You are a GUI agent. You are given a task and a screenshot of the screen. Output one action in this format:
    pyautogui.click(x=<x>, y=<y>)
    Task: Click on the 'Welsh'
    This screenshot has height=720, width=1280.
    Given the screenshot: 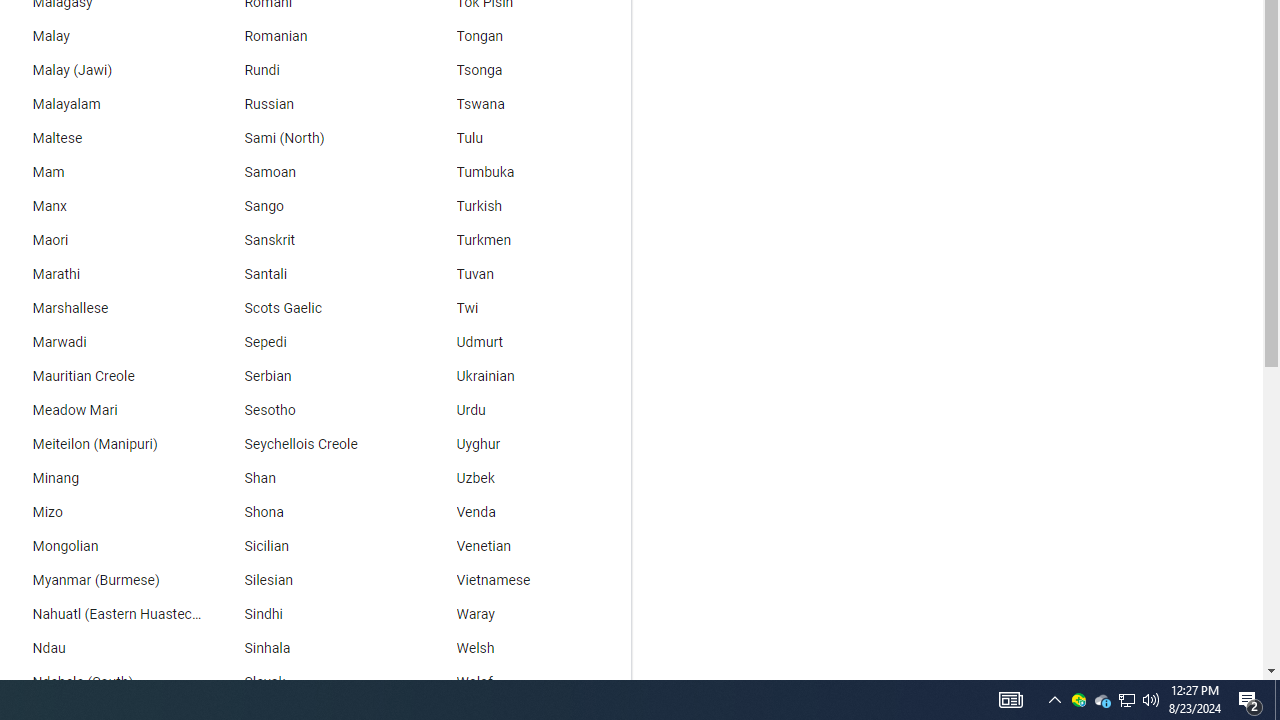 What is the action you would take?
    pyautogui.click(x=525, y=649)
    